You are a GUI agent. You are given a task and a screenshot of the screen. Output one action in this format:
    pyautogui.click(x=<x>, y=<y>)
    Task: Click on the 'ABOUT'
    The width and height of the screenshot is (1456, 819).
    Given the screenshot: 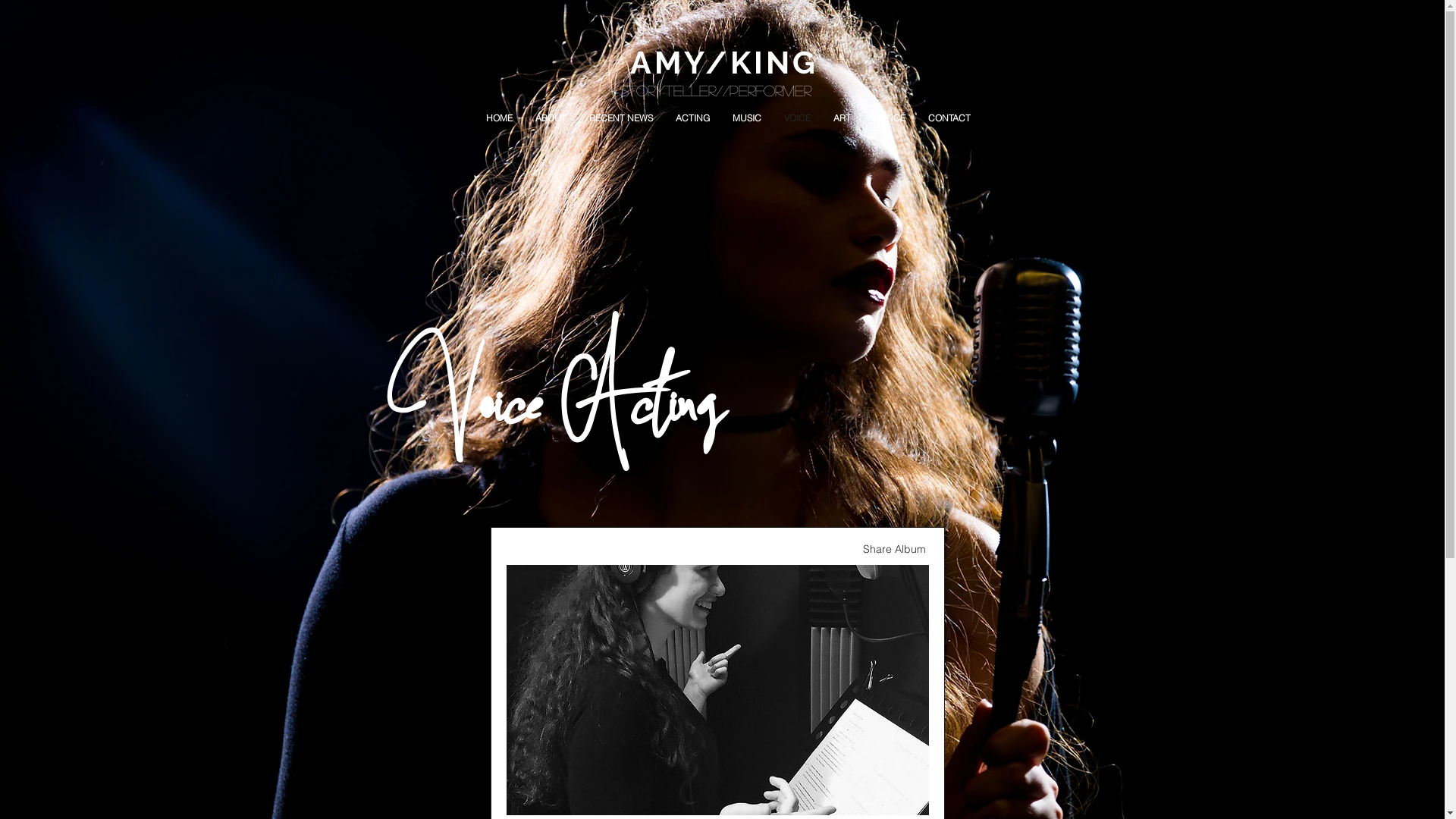 What is the action you would take?
    pyautogui.click(x=549, y=117)
    